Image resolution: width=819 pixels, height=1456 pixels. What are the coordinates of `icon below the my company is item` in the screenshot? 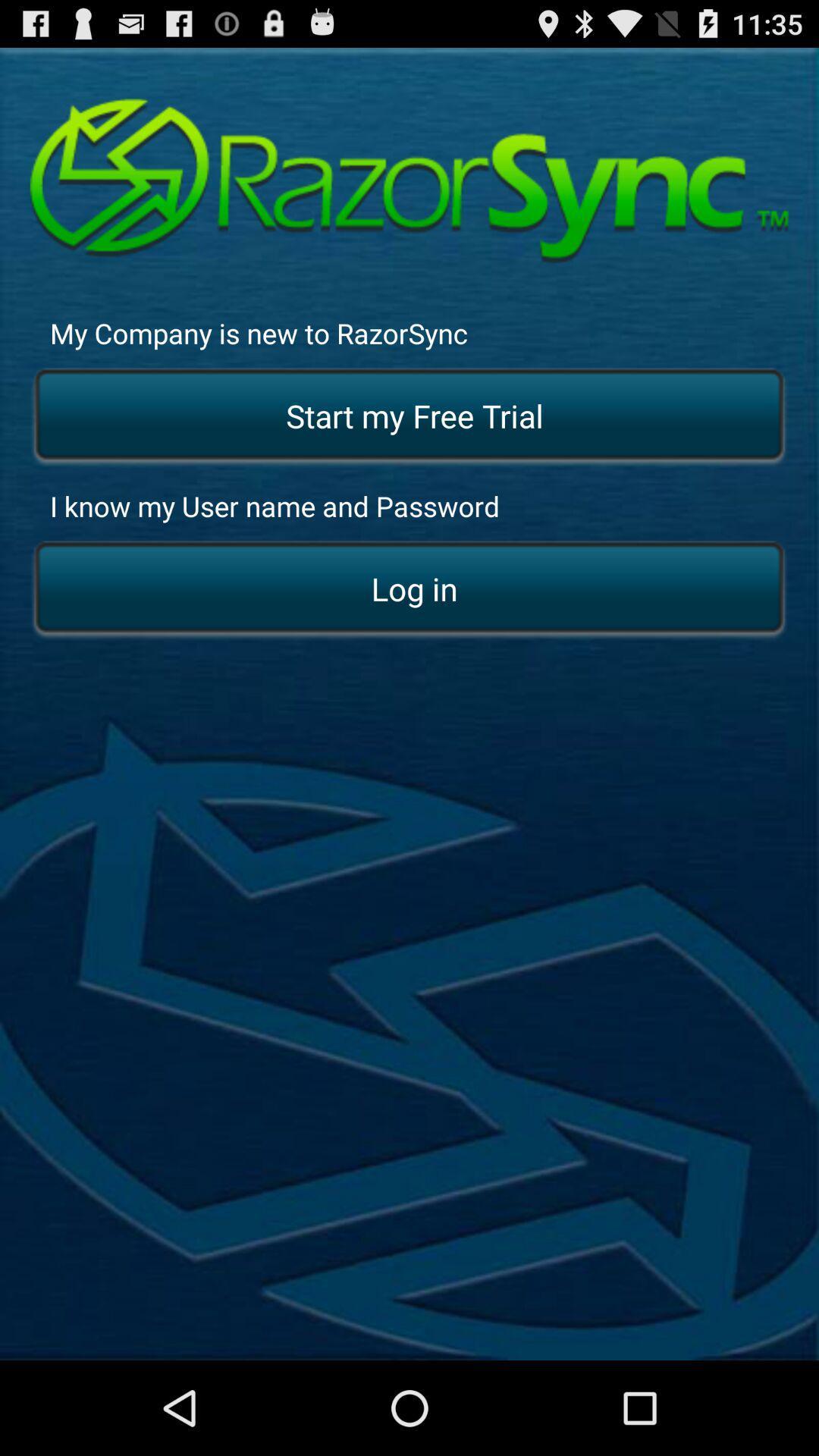 It's located at (409, 417).